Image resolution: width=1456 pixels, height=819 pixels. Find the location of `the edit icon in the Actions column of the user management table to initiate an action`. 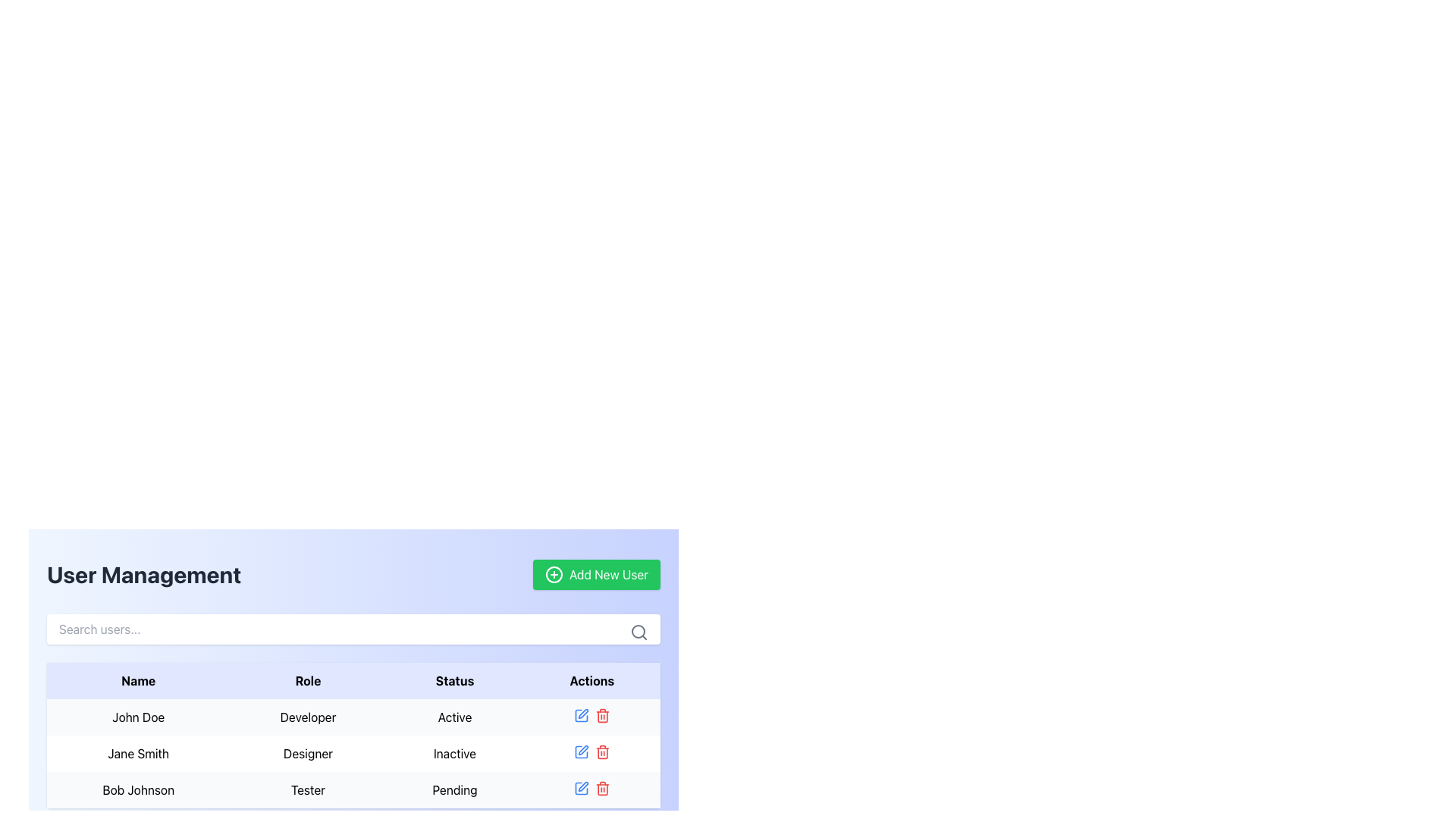

the edit icon in the Actions column of the user management table to initiate an action is located at coordinates (582, 748).